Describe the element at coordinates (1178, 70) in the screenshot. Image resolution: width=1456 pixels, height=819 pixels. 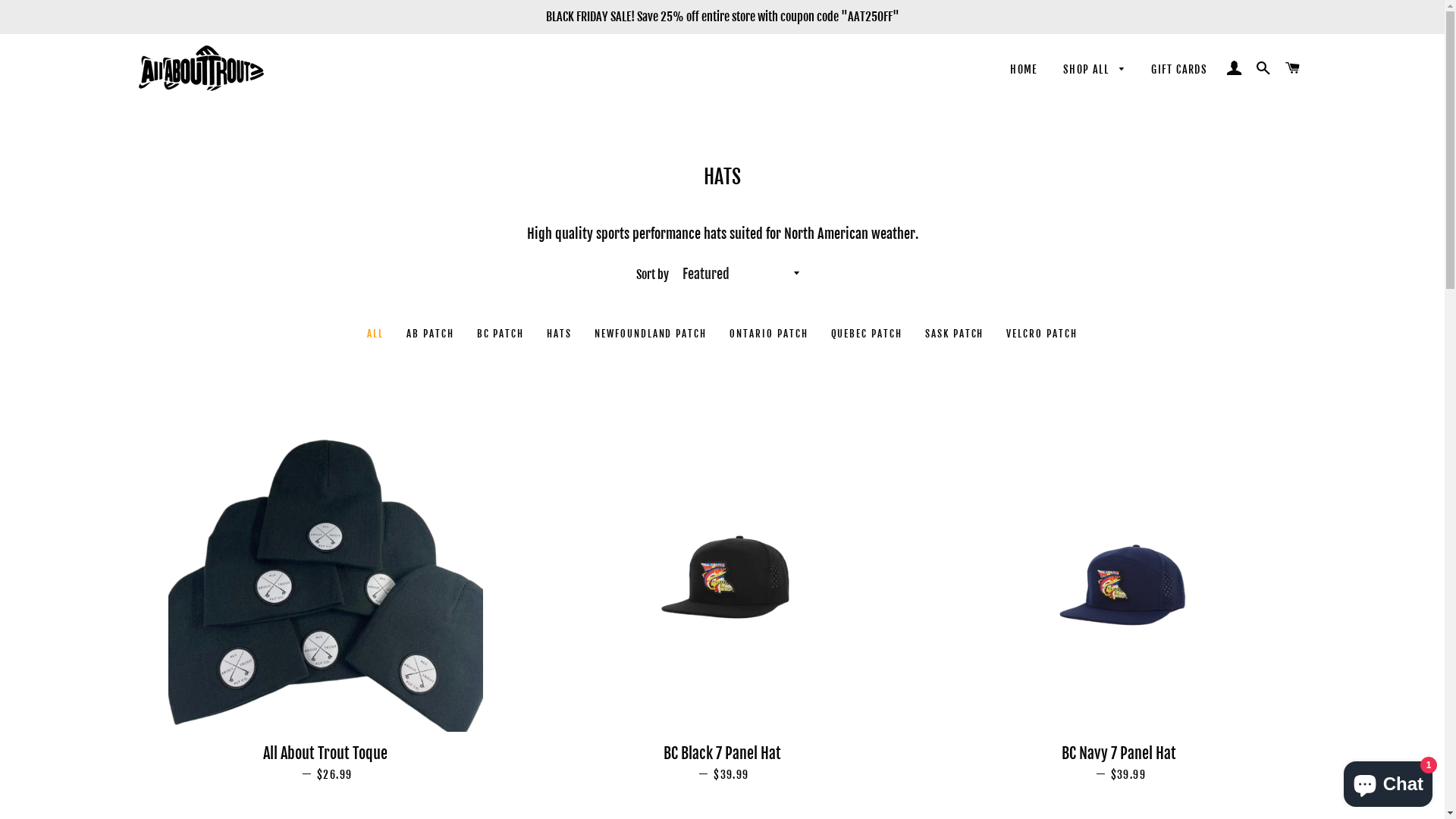
I see `'GIFT CARDS'` at that location.